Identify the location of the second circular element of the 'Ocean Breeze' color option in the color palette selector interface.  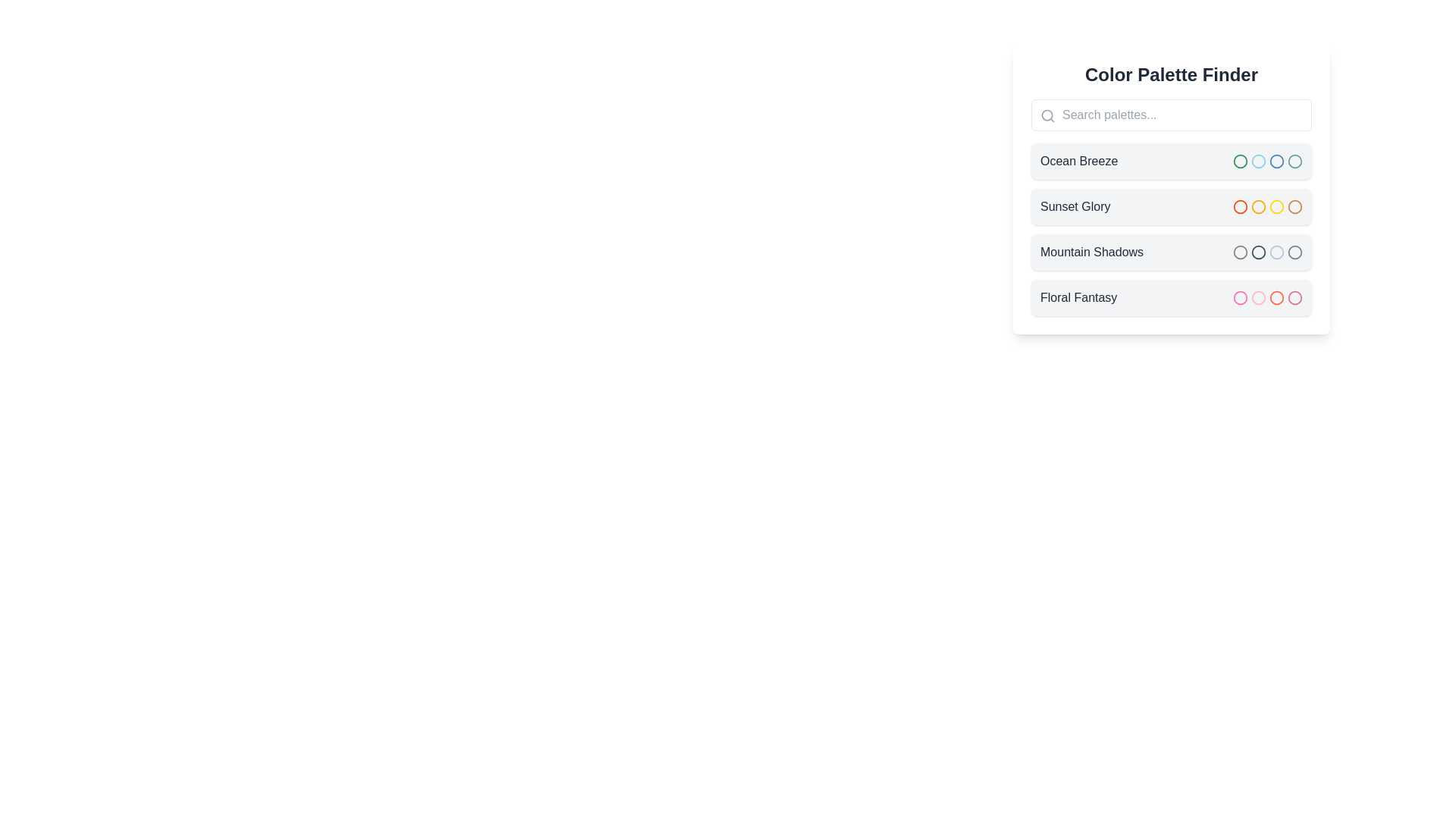
(1259, 161).